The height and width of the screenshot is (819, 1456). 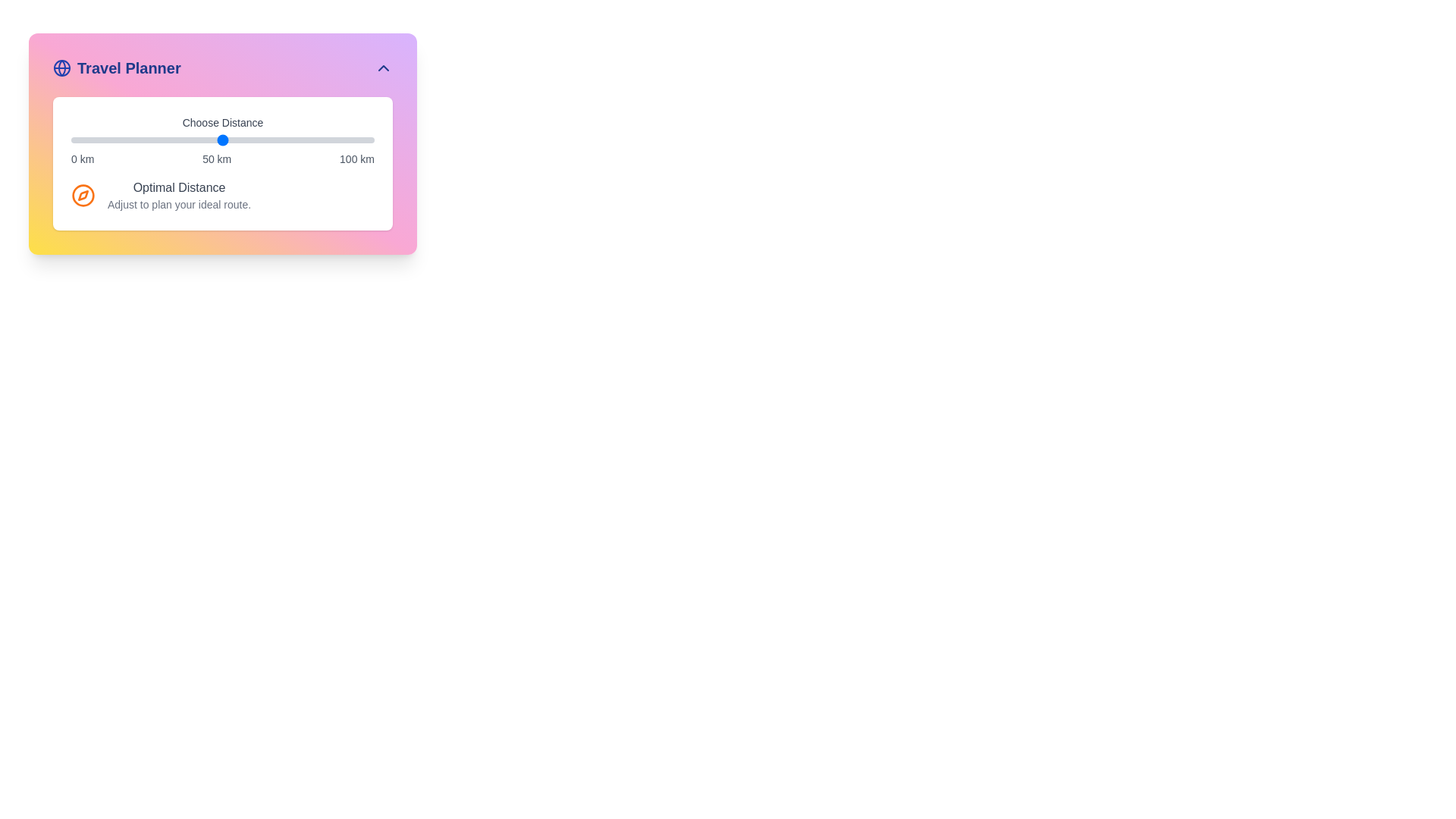 What do you see at coordinates (83, 195) in the screenshot?
I see `the circular icon with a compass design in orange, located in the top-left part of the 'Optimal Distance' subsection of the 'Travel Planner' card` at bounding box center [83, 195].